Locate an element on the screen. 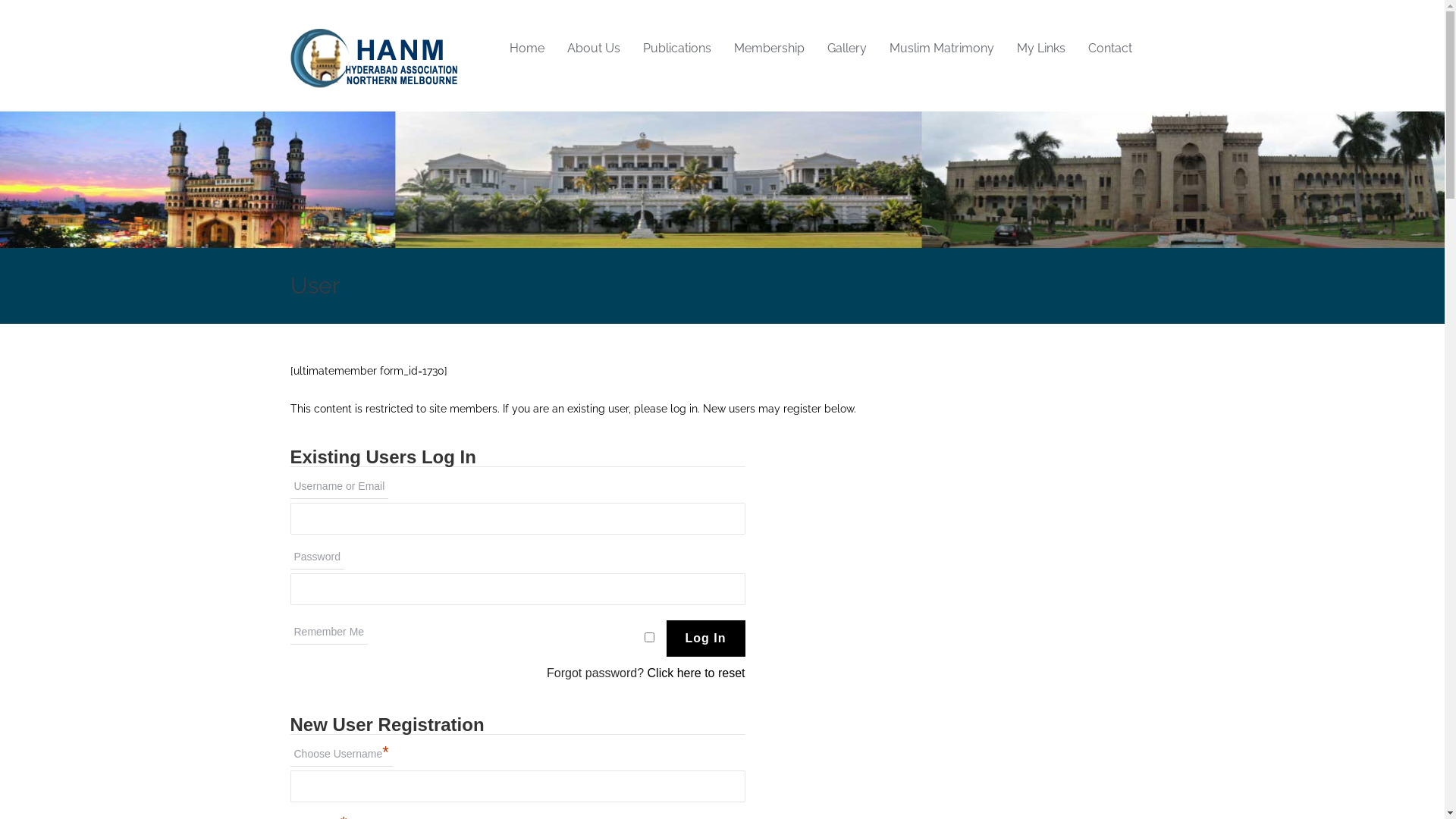 Image resolution: width=1456 pixels, height=819 pixels. 'Log In' is located at coordinates (666, 638).